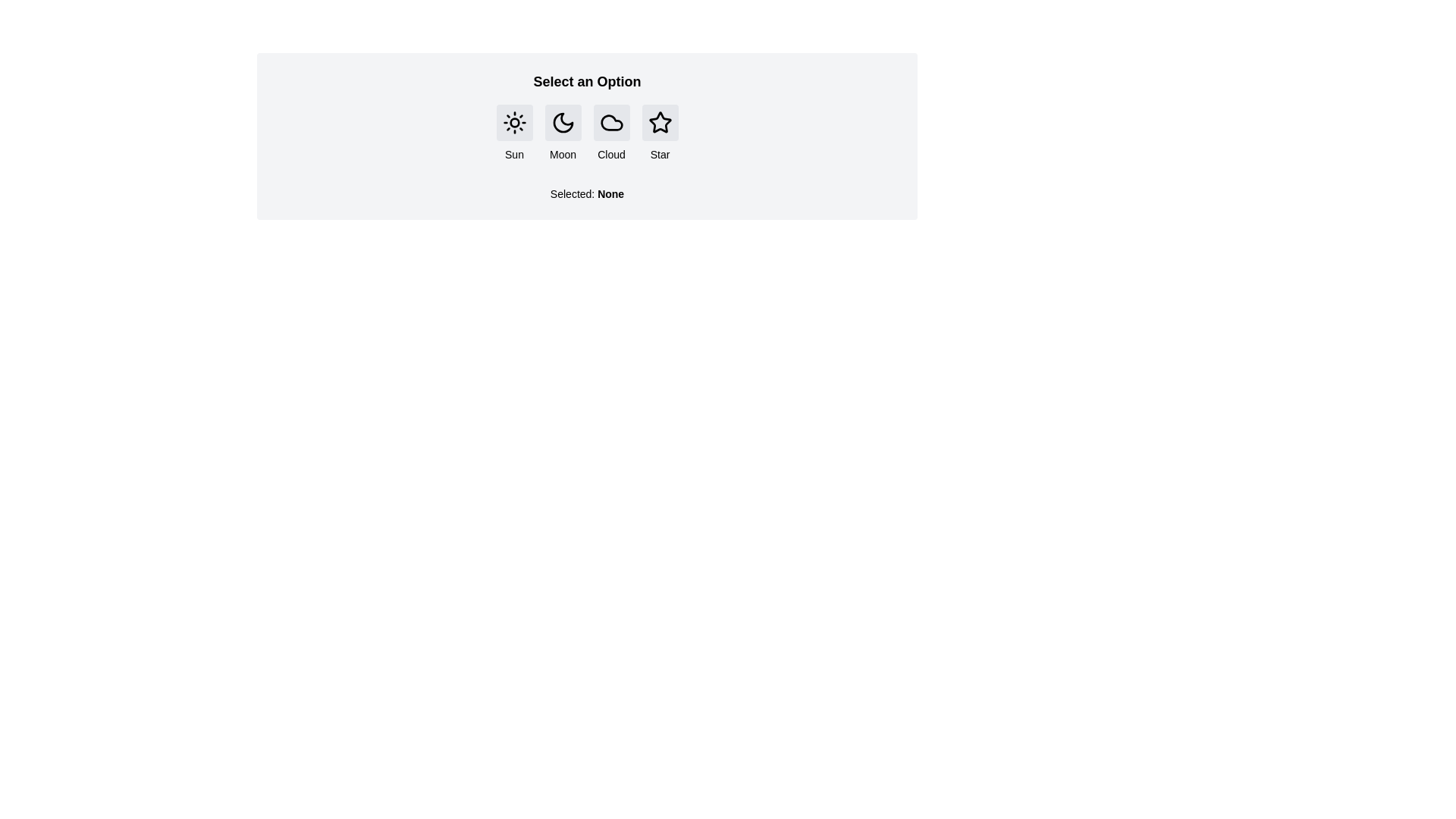  Describe the element at coordinates (514, 155) in the screenshot. I see `the text label indicating the 'Sun' option, which is positioned directly beneath the sun icon in the selection interface` at that location.